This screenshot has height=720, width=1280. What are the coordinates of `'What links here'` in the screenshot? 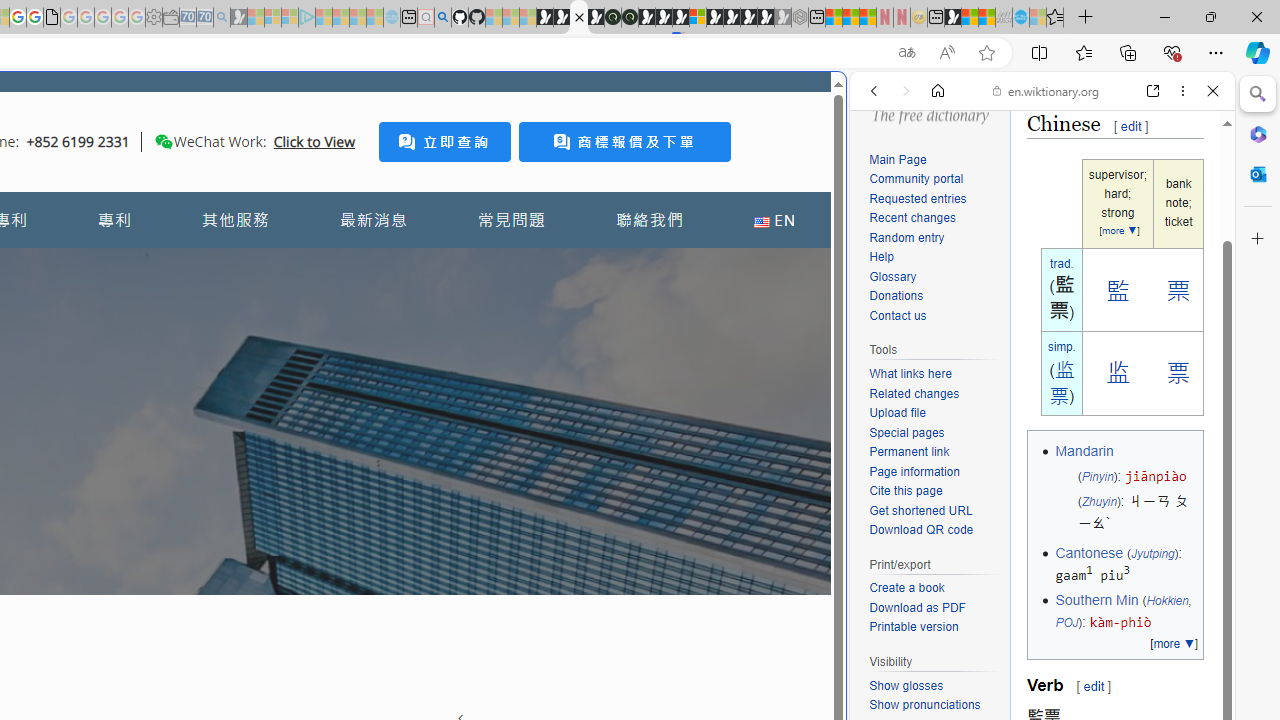 It's located at (909, 374).